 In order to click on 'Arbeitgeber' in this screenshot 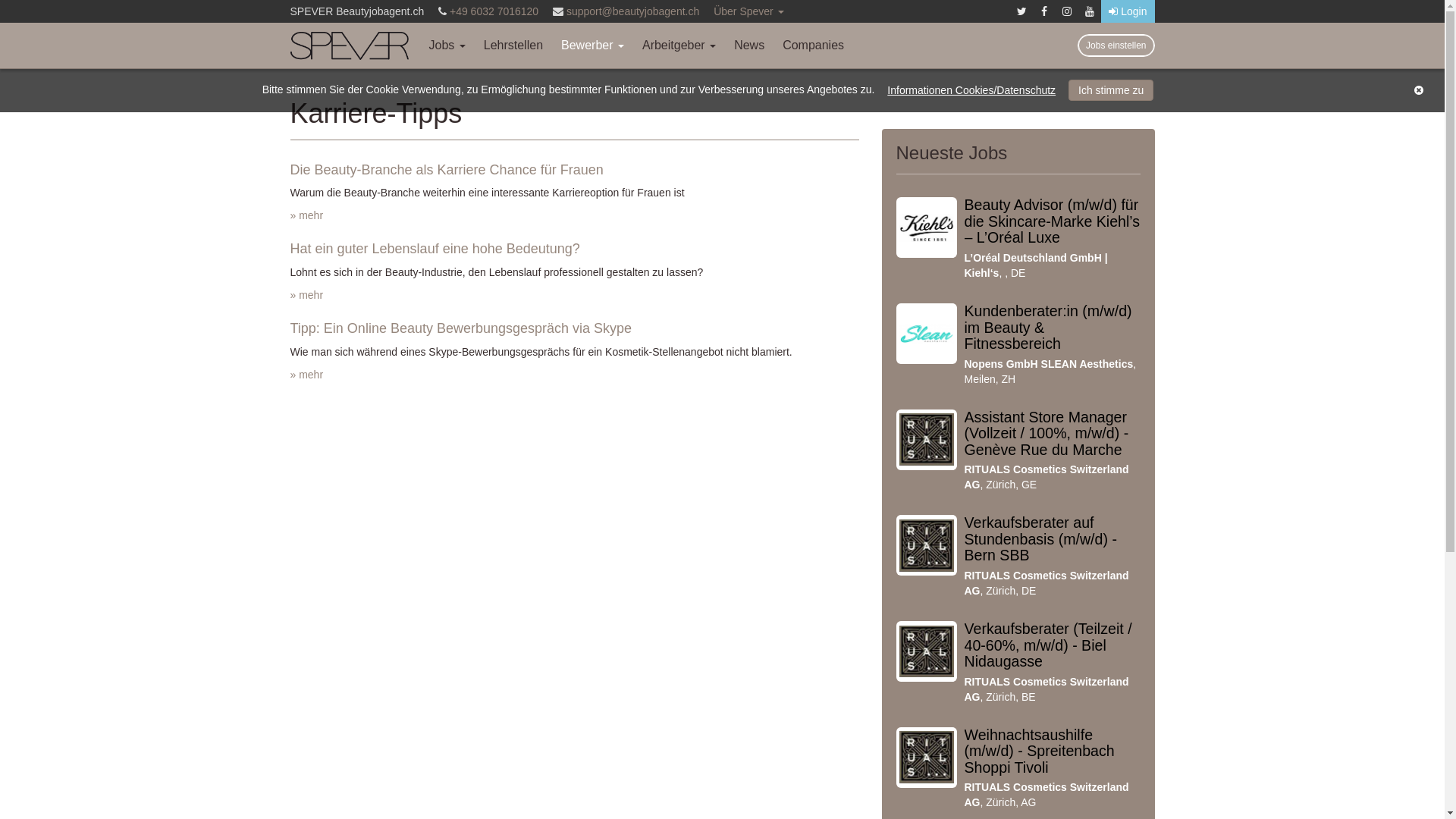, I will do `click(678, 45)`.